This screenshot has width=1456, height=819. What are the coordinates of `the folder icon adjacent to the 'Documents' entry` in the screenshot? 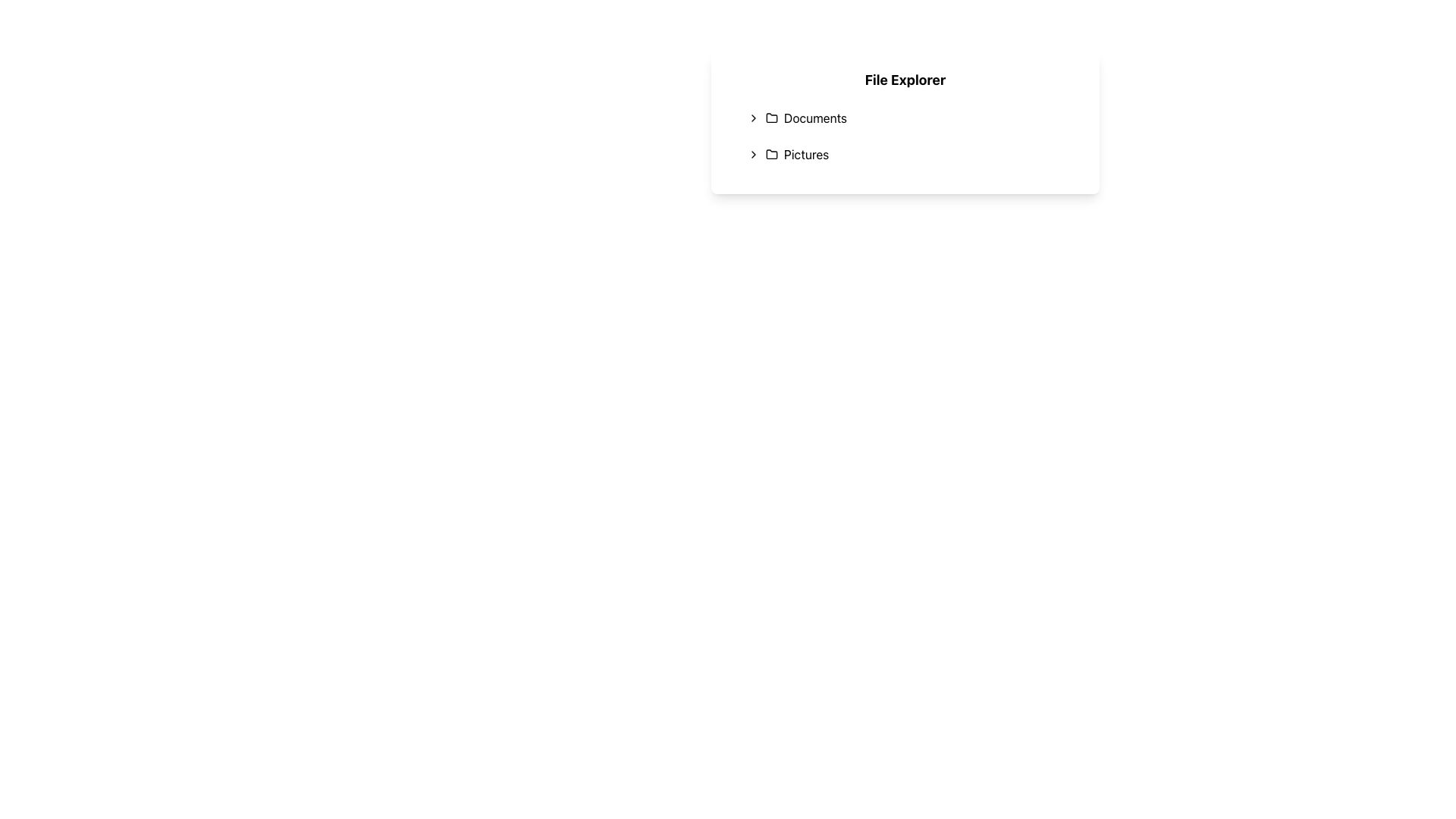 It's located at (771, 116).